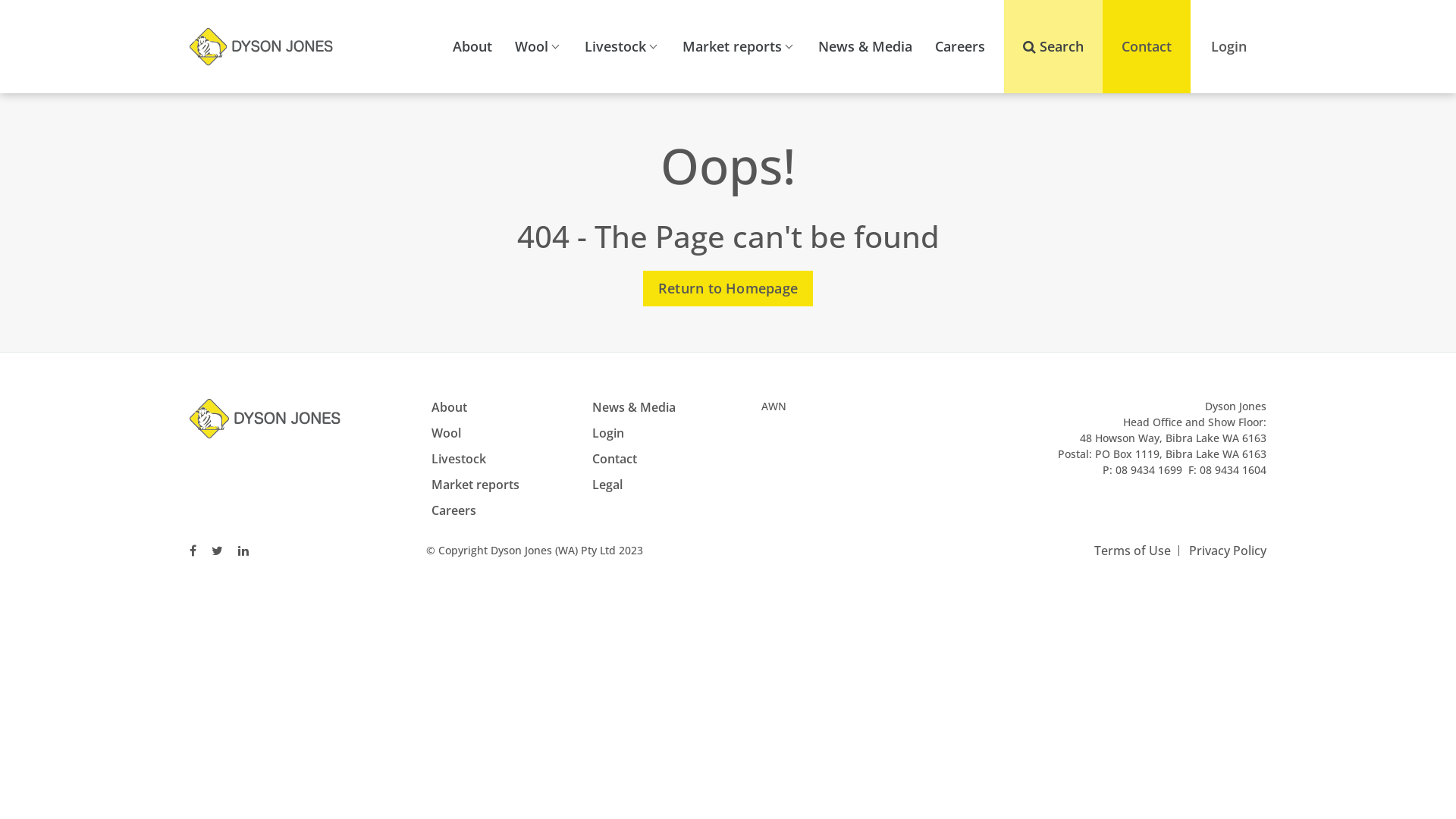  Describe the element at coordinates (538, 45) in the screenshot. I see `'Wool'` at that location.